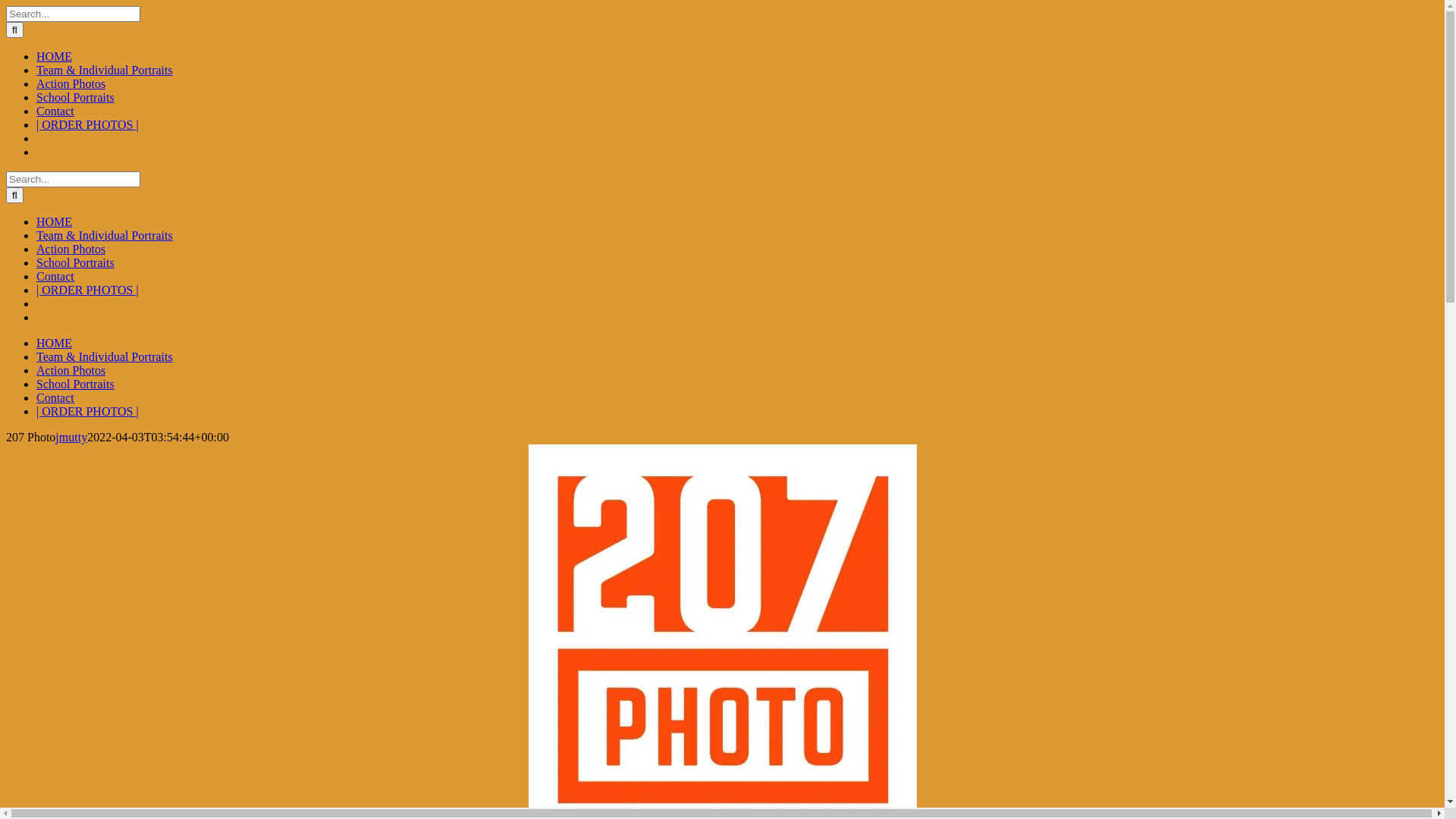 This screenshot has width=1456, height=819. Describe the element at coordinates (55, 276) in the screenshot. I see `'Contact'` at that location.